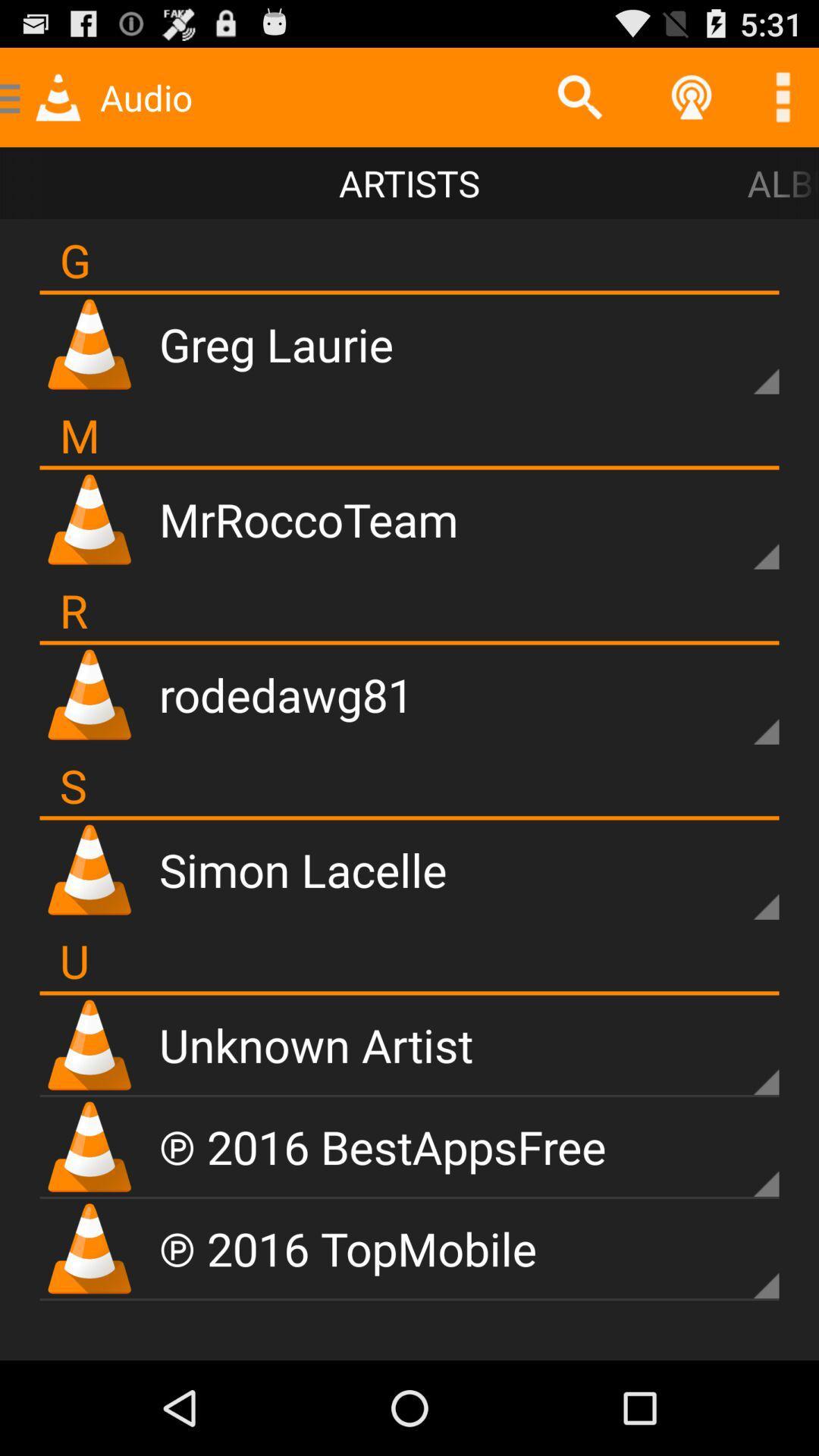  What do you see at coordinates (739, 1157) in the screenshot?
I see `see drop down menu` at bounding box center [739, 1157].